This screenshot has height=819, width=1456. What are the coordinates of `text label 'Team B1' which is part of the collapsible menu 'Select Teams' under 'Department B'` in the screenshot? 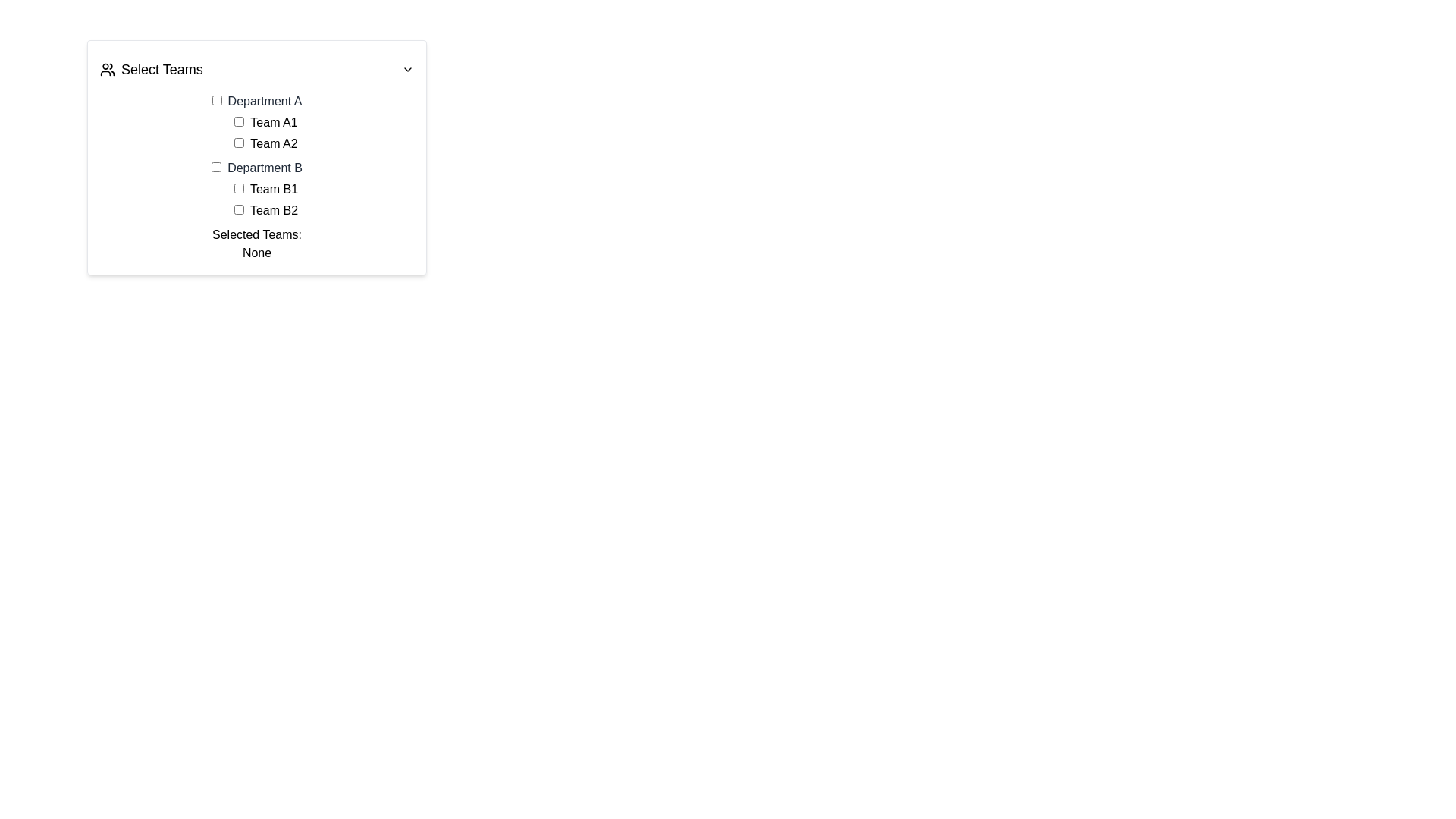 It's located at (274, 188).